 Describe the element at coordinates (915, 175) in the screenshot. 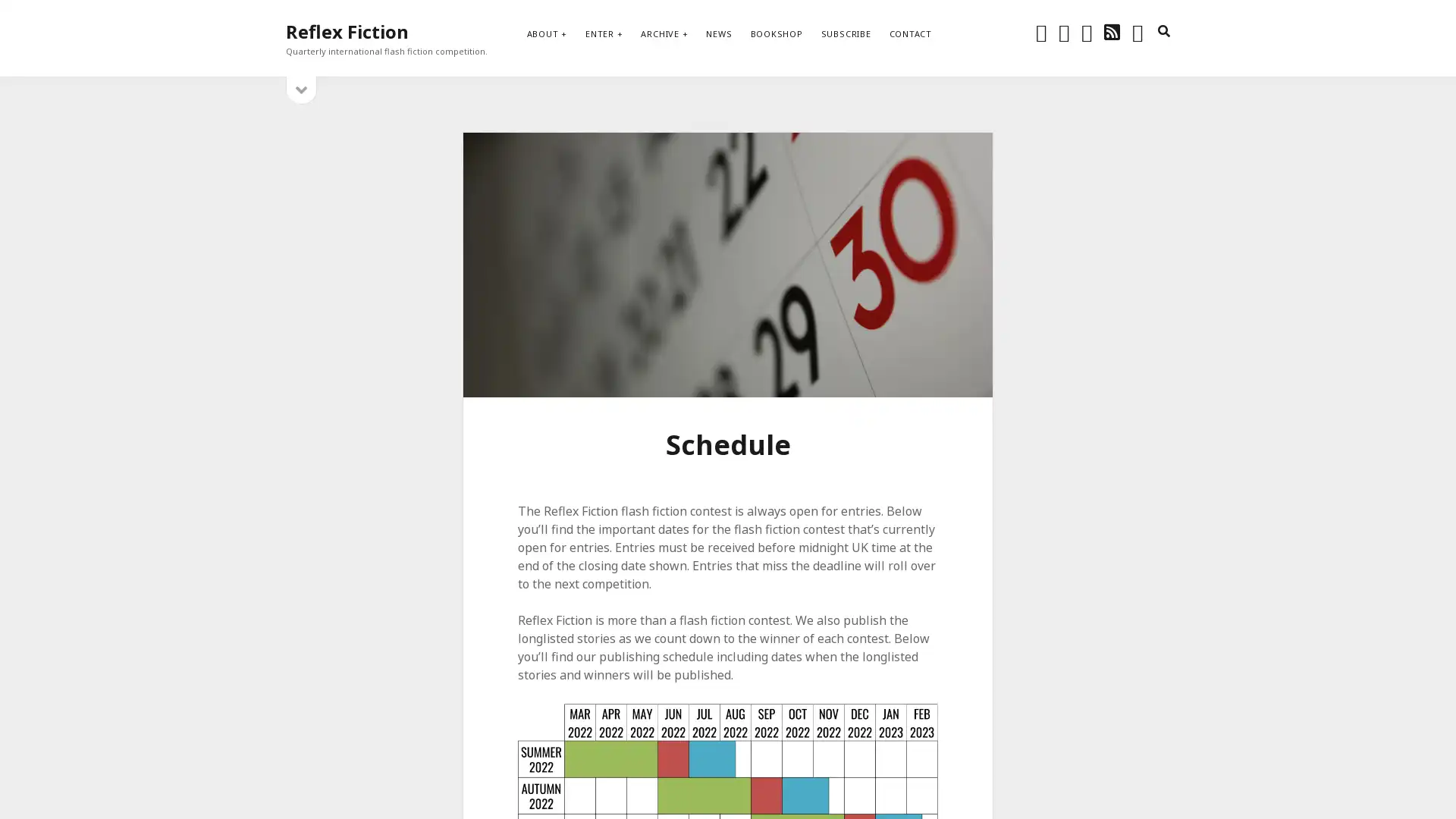

I see `Subscribe` at that location.